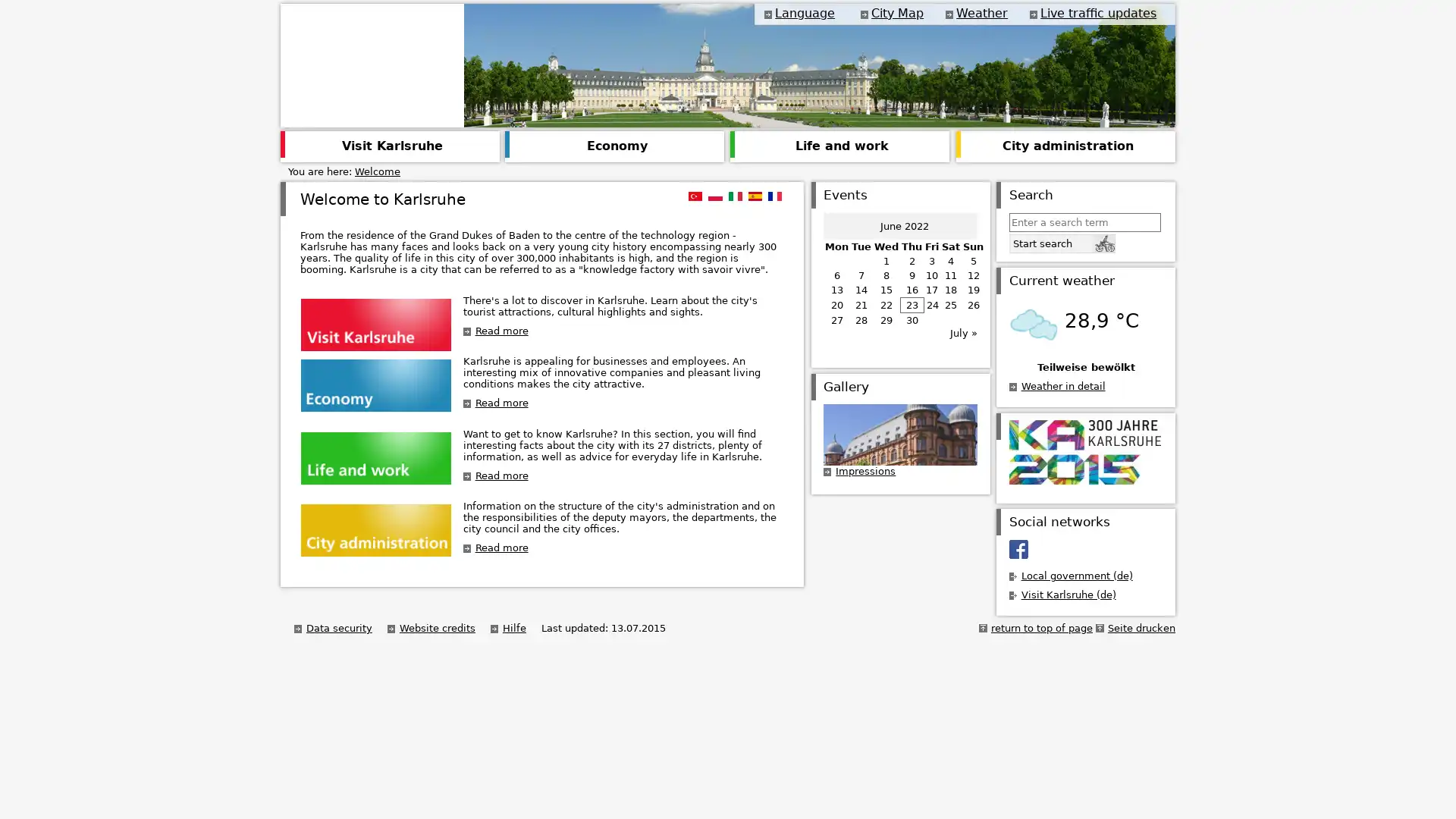 The image size is (1456, 819). Describe the element at coordinates (1061, 242) in the screenshot. I see `Start search` at that location.